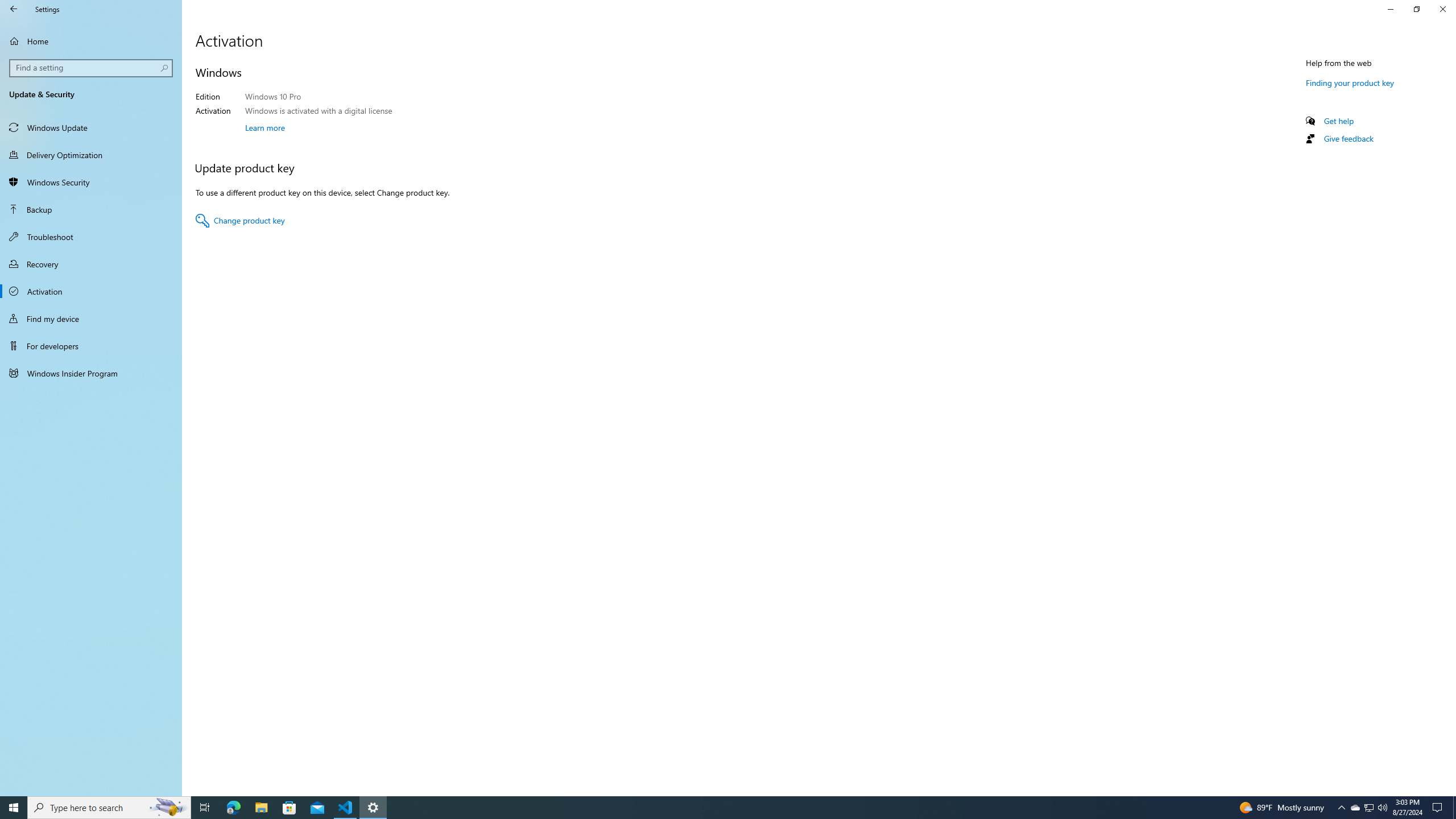 Image resolution: width=1456 pixels, height=819 pixels. Describe the element at coordinates (90, 126) in the screenshot. I see `'Windows Update'` at that location.